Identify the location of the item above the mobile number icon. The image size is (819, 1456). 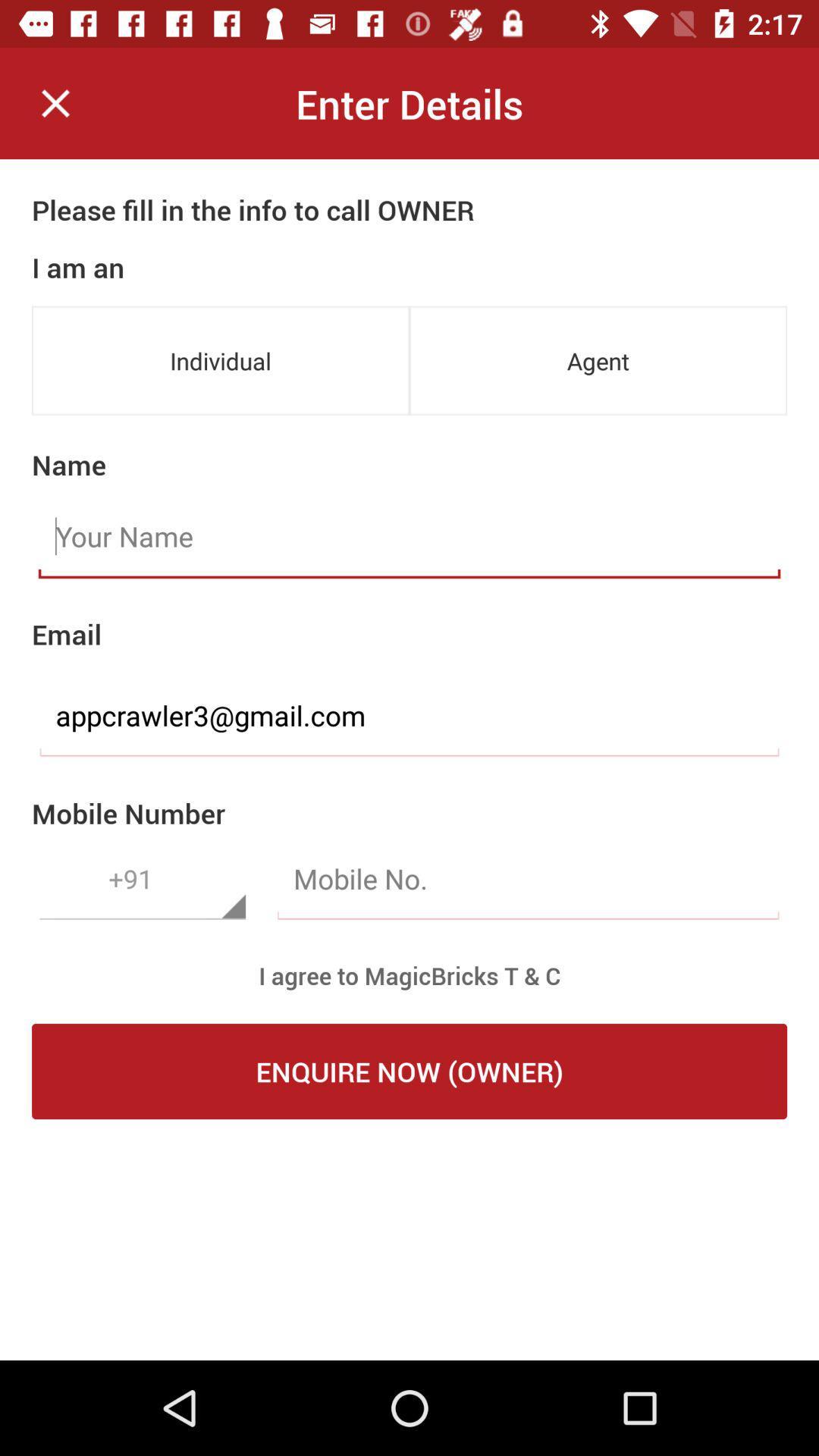
(409, 716).